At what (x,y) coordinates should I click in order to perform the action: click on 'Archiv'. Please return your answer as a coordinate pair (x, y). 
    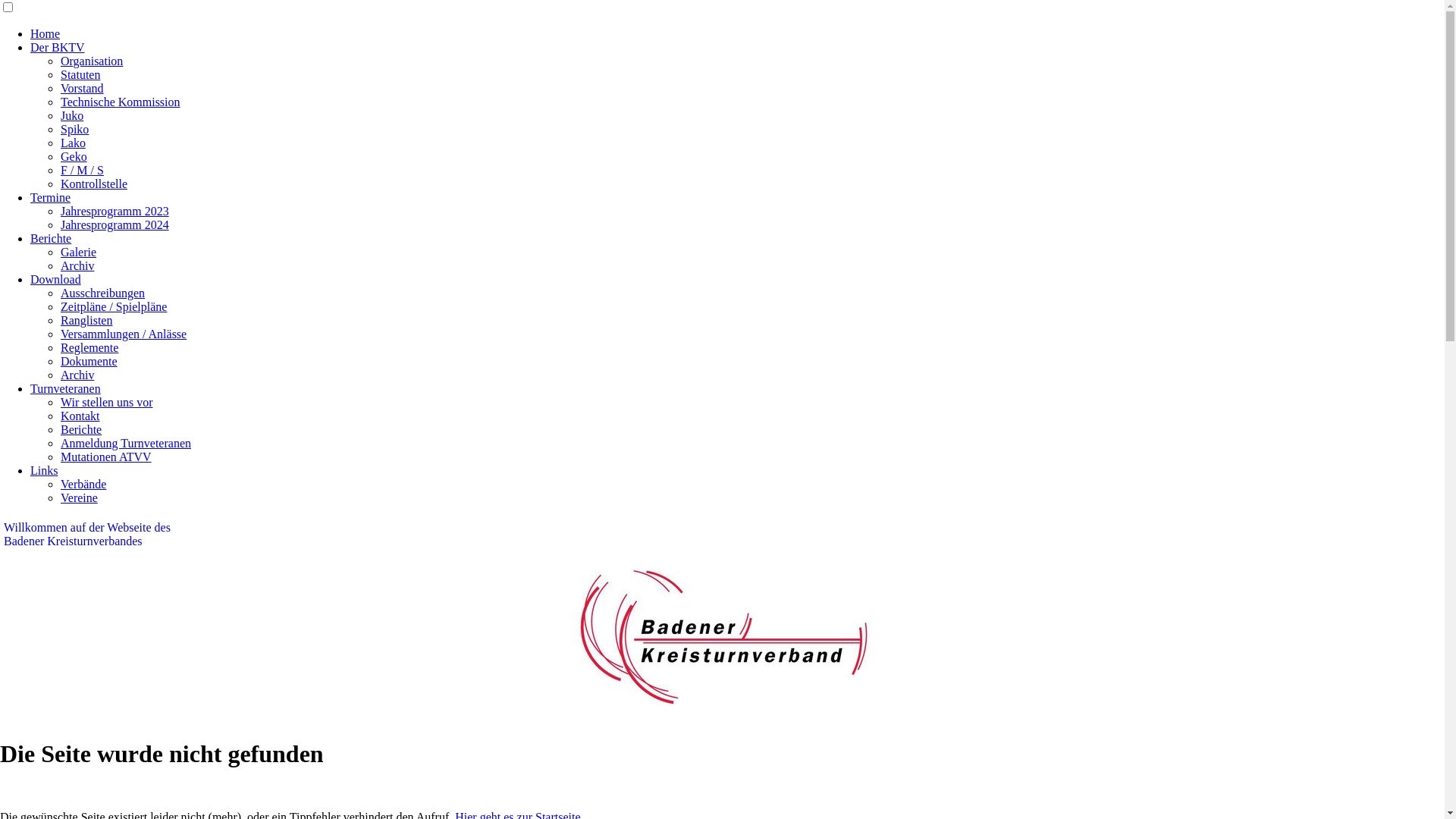
    Looking at the image, I should click on (61, 265).